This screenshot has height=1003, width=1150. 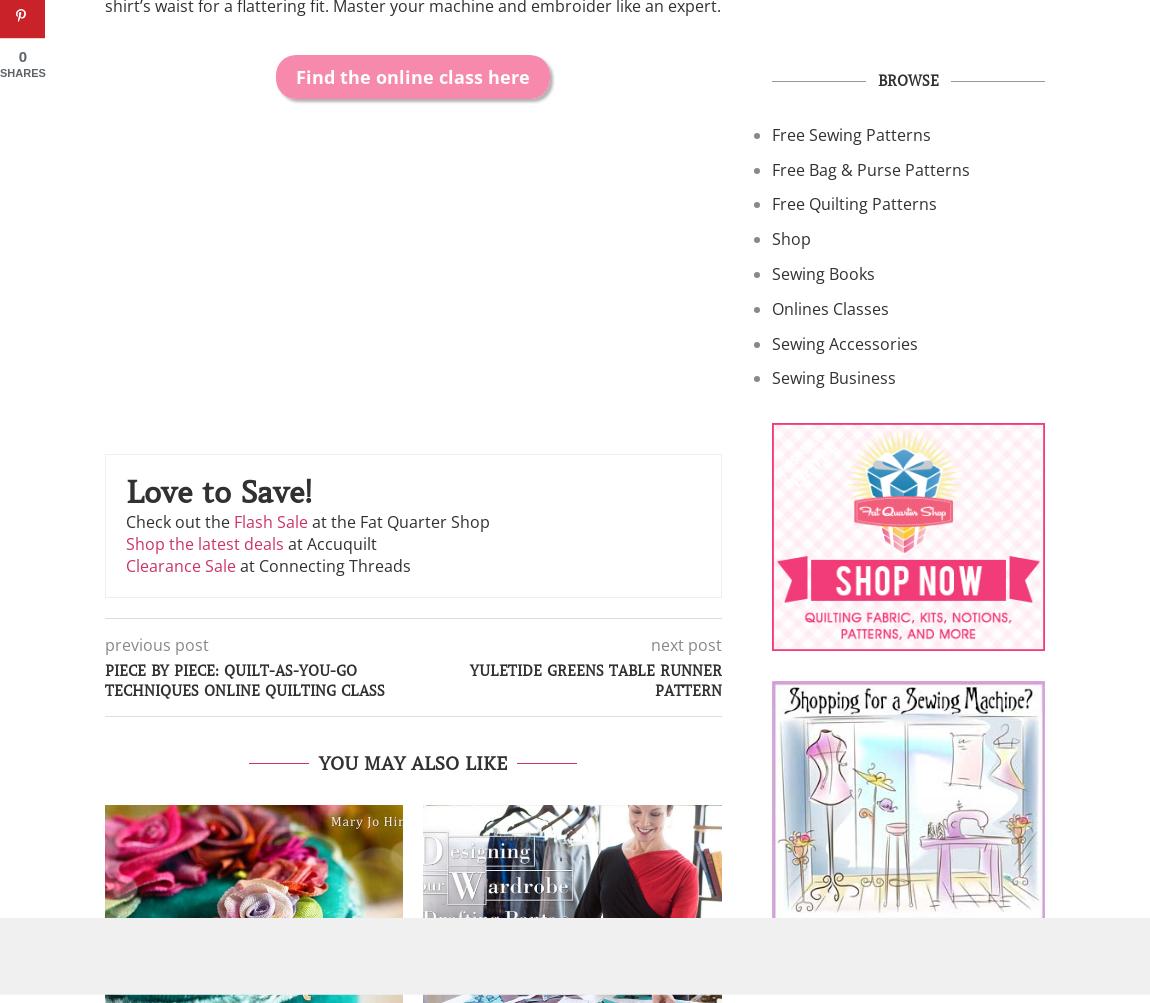 I want to click on 'Love to Save!', so click(x=217, y=492).